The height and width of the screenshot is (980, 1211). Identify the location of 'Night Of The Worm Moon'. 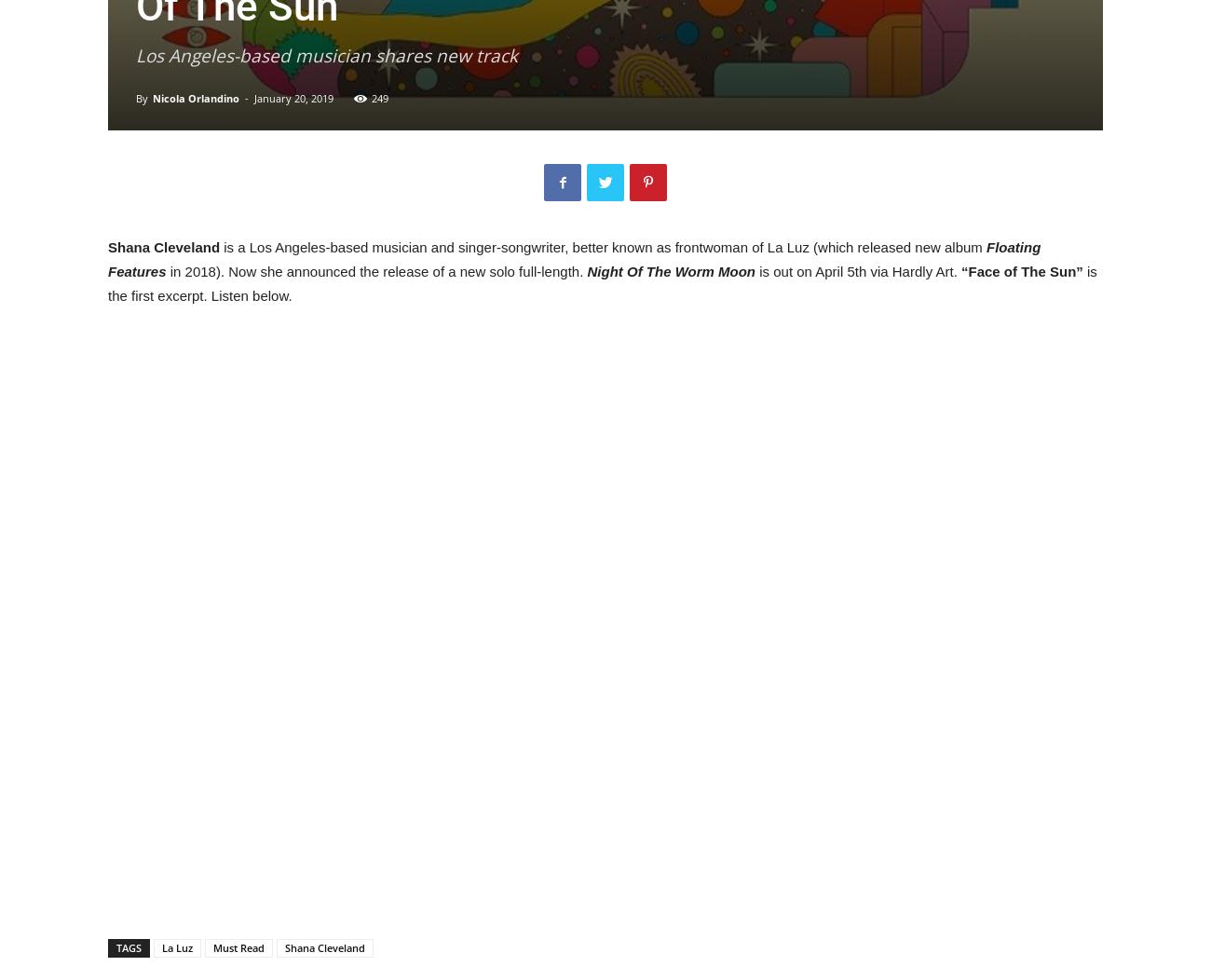
(586, 271).